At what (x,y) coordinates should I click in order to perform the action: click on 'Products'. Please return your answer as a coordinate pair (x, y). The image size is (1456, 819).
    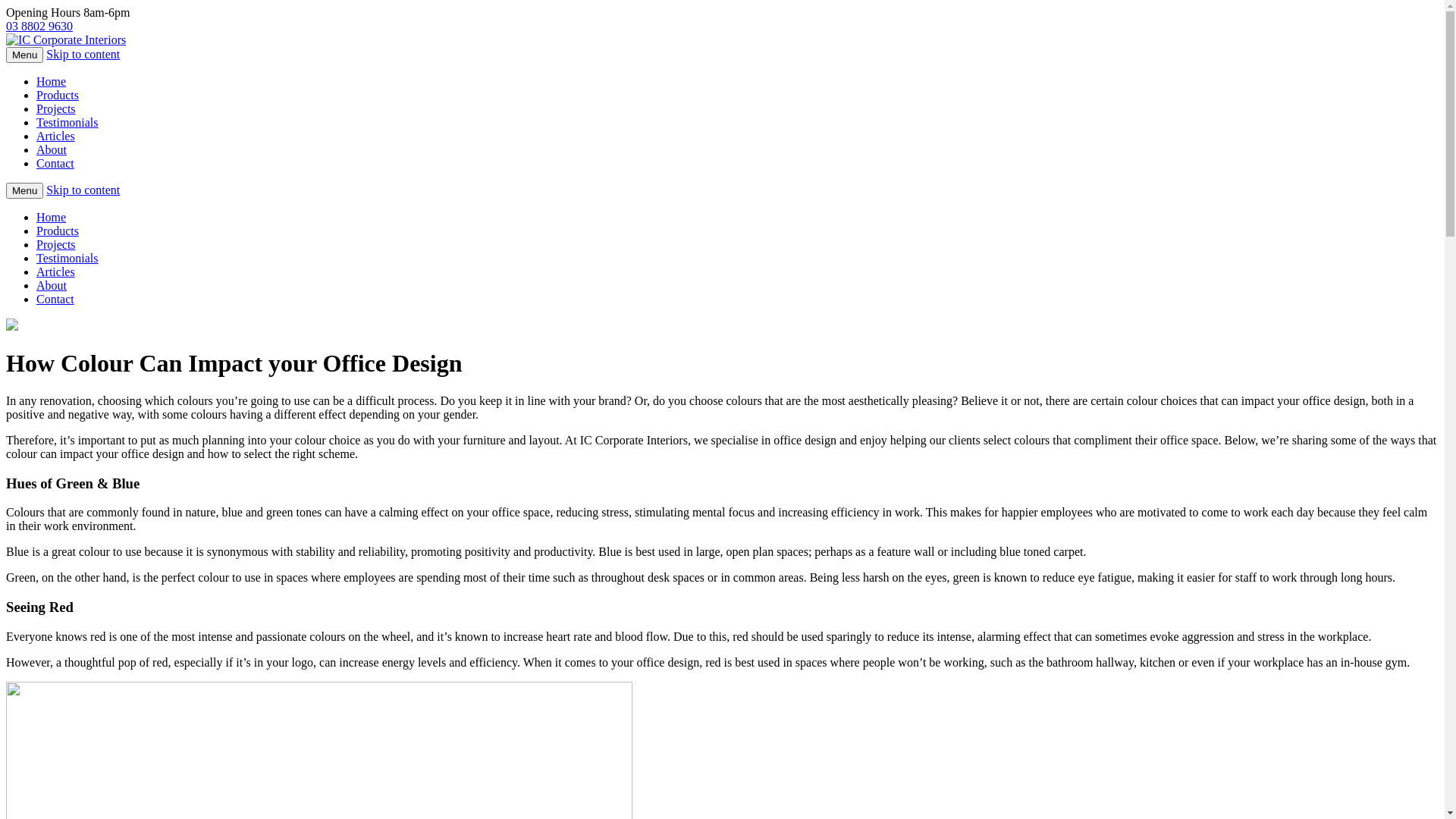
    Looking at the image, I should click on (36, 95).